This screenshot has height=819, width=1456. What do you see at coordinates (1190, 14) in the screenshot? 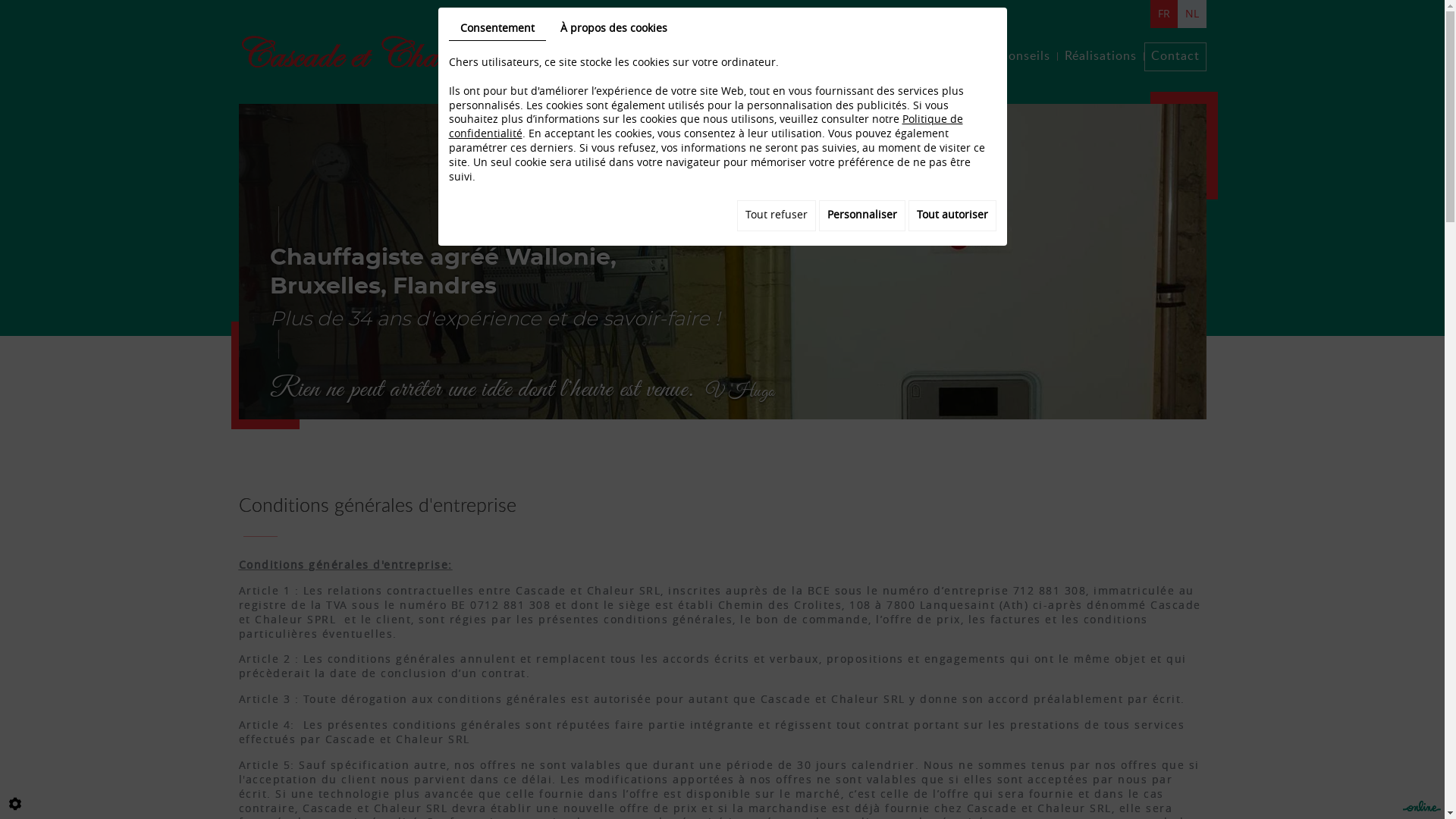
I see `'NL'` at bounding box center [1190, 14].